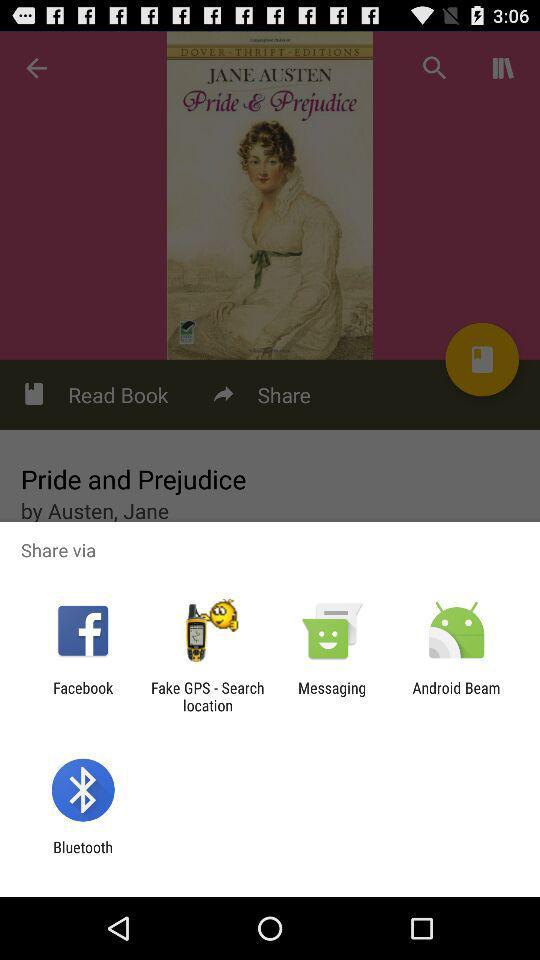 Image resolution: width=540 pixels, height=960 pixels. I want to click on the android beam icon, so click(456, 696).